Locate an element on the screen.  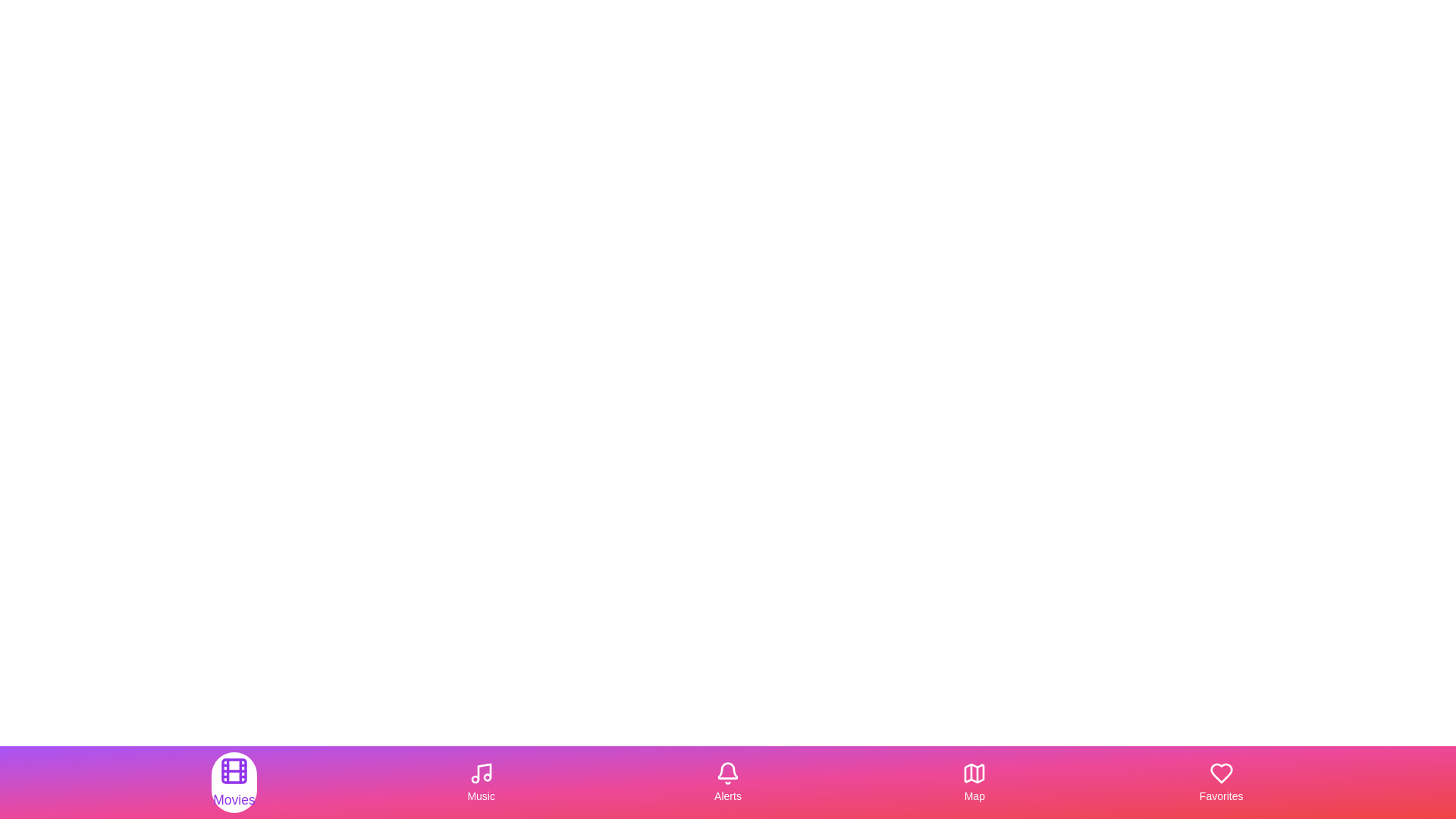
the tab labeled Alerts in the MultimediaBottomNavigation component is located at coordinates (728, 783).